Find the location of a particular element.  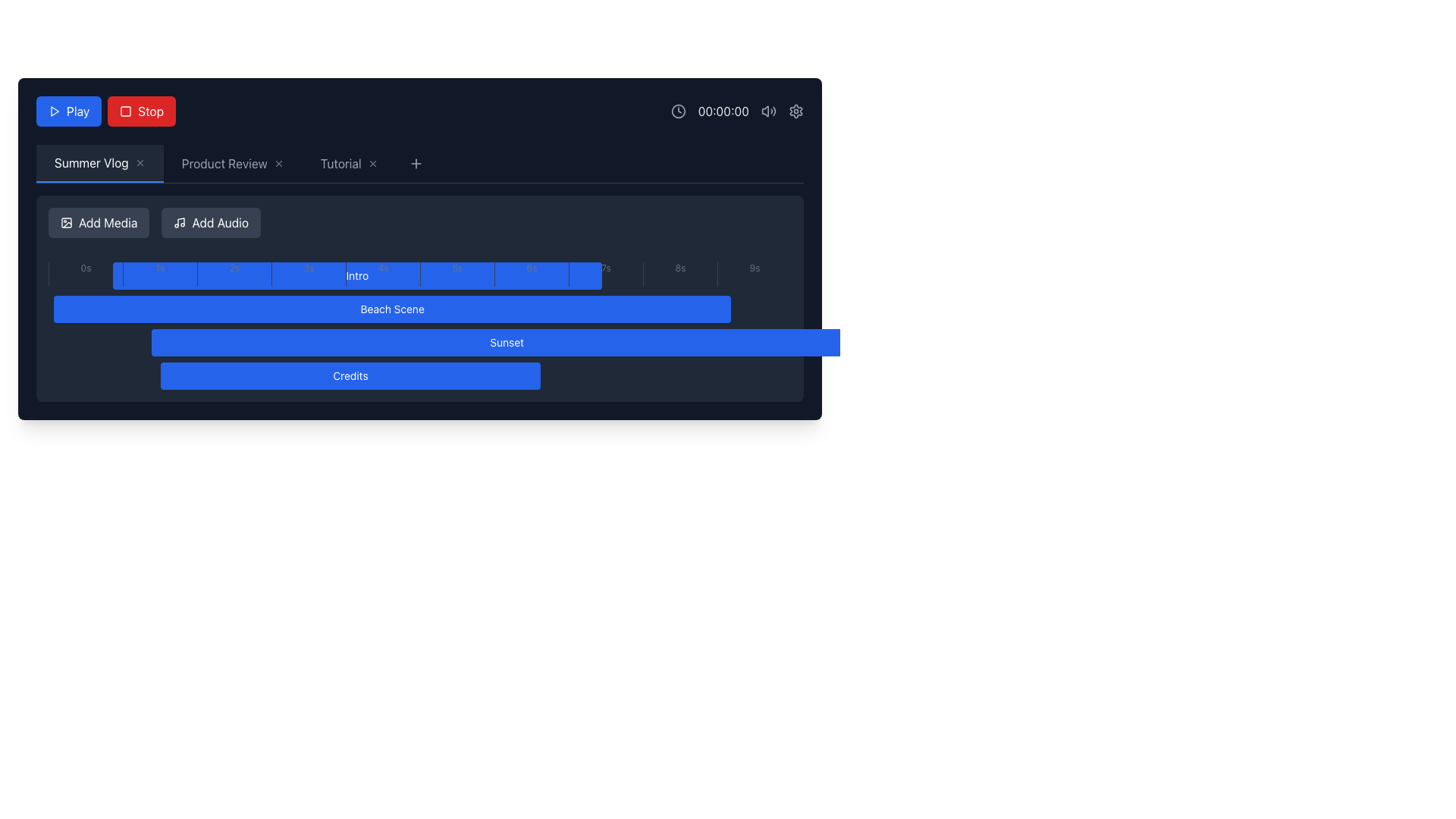

the text label inside the button that serves to stop video playback, located next to the blue 'Play' button is located at coordinates (151, 110).